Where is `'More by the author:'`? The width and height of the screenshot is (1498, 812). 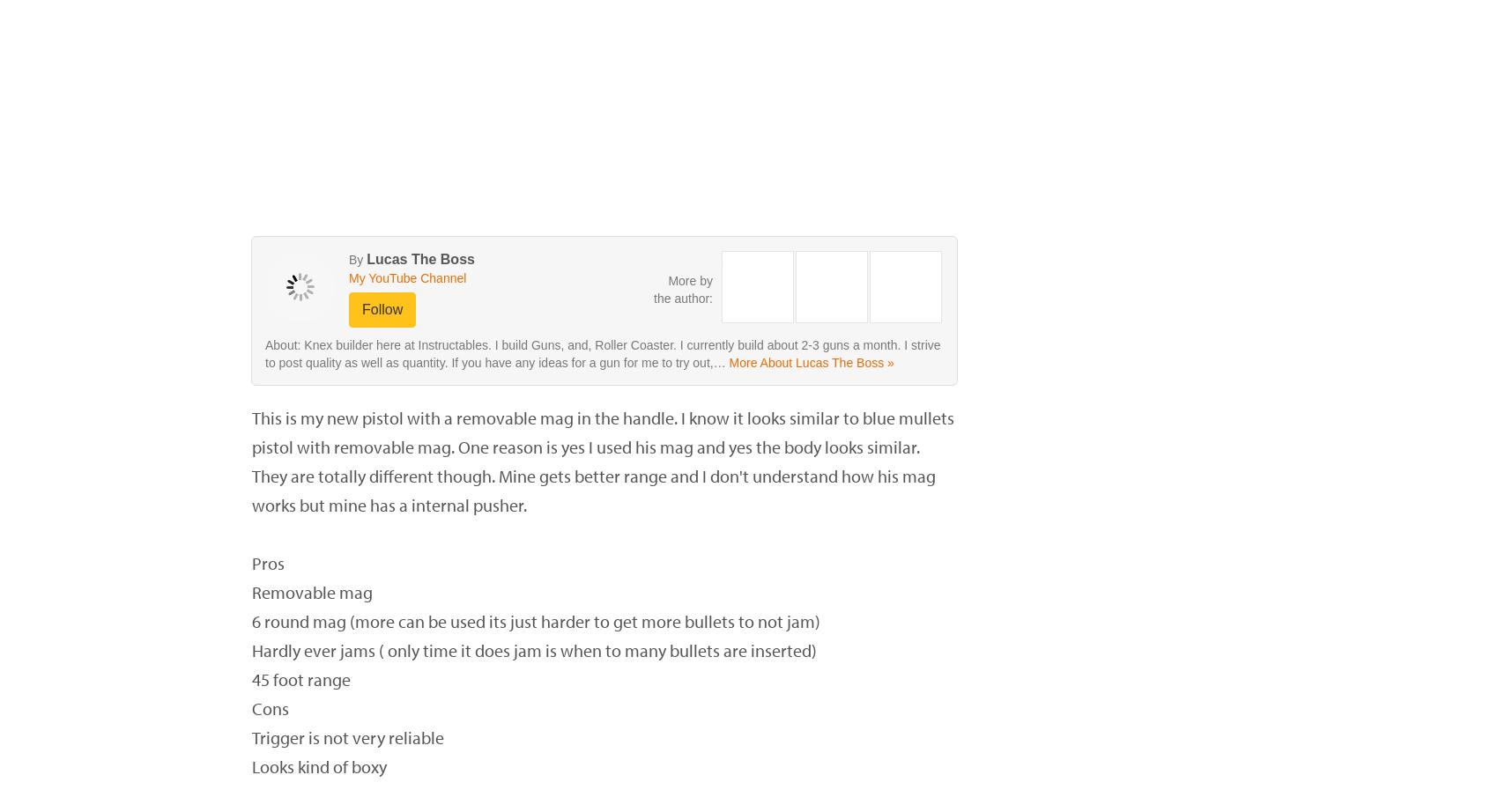
'More by the author:' is located at coordinates (682, 288).